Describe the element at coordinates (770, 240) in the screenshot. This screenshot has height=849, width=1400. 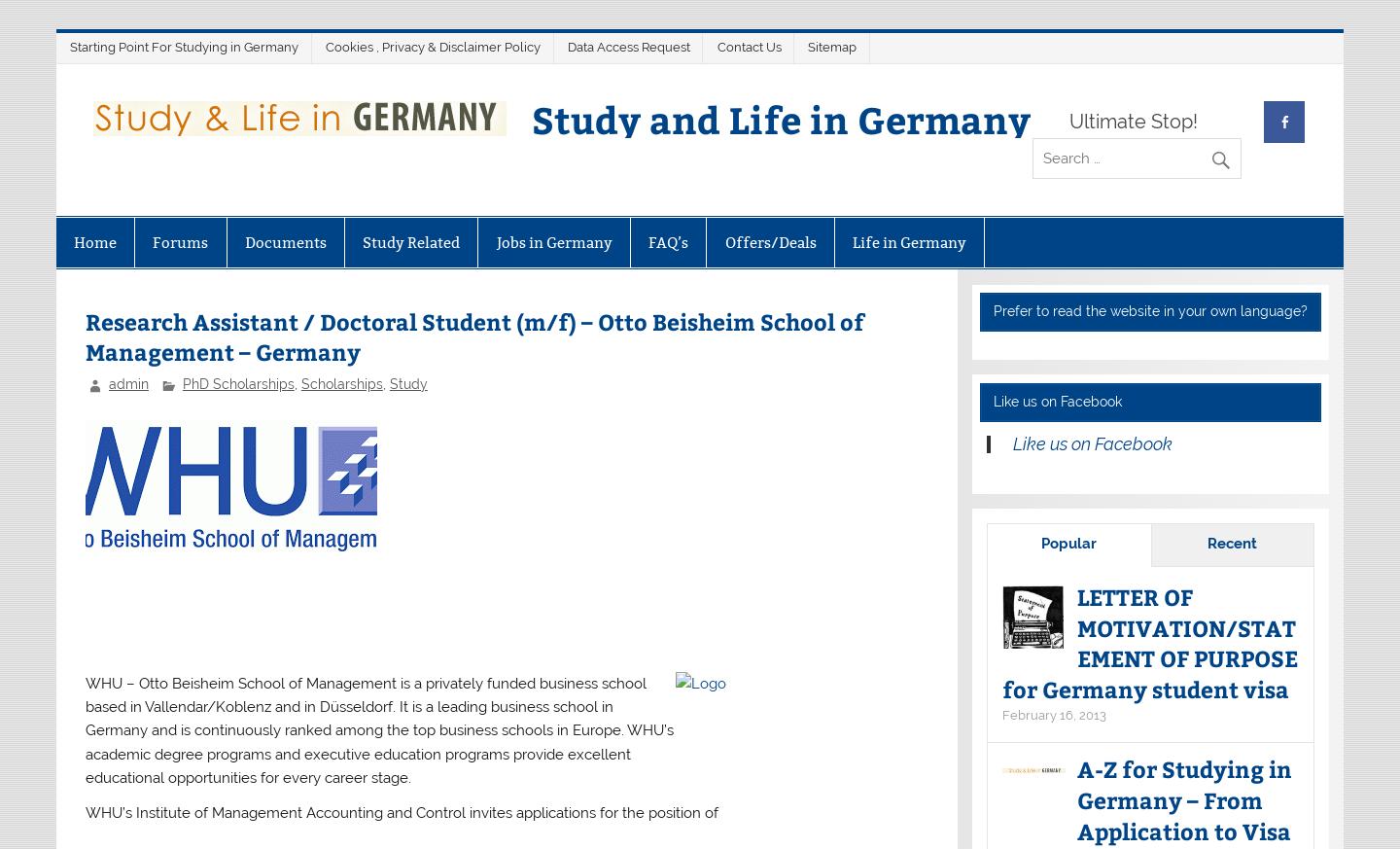
I see `'Offers/Deals'` at that location.